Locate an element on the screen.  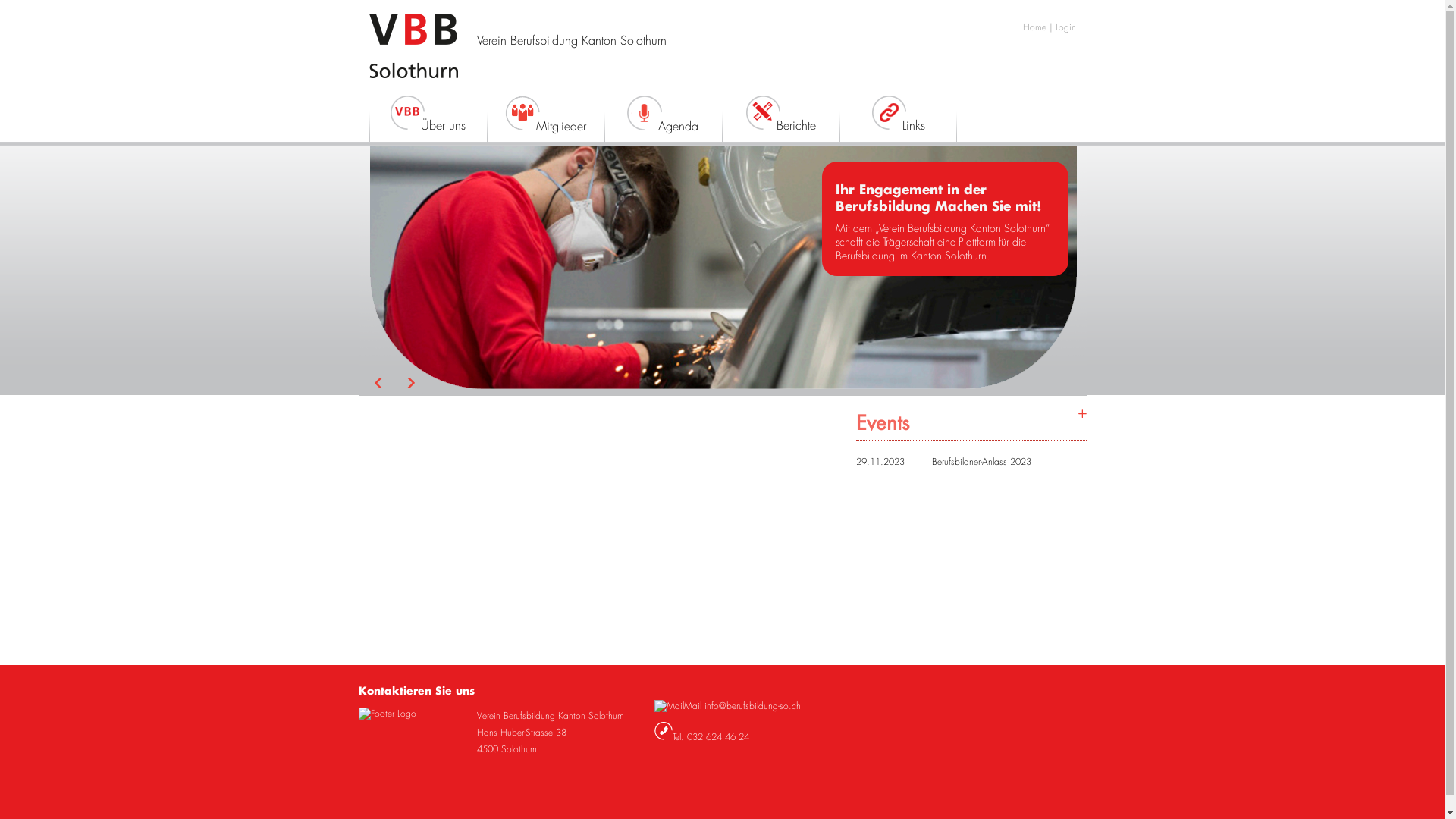
'Mitglieder' is located at coordinates (545, 120).